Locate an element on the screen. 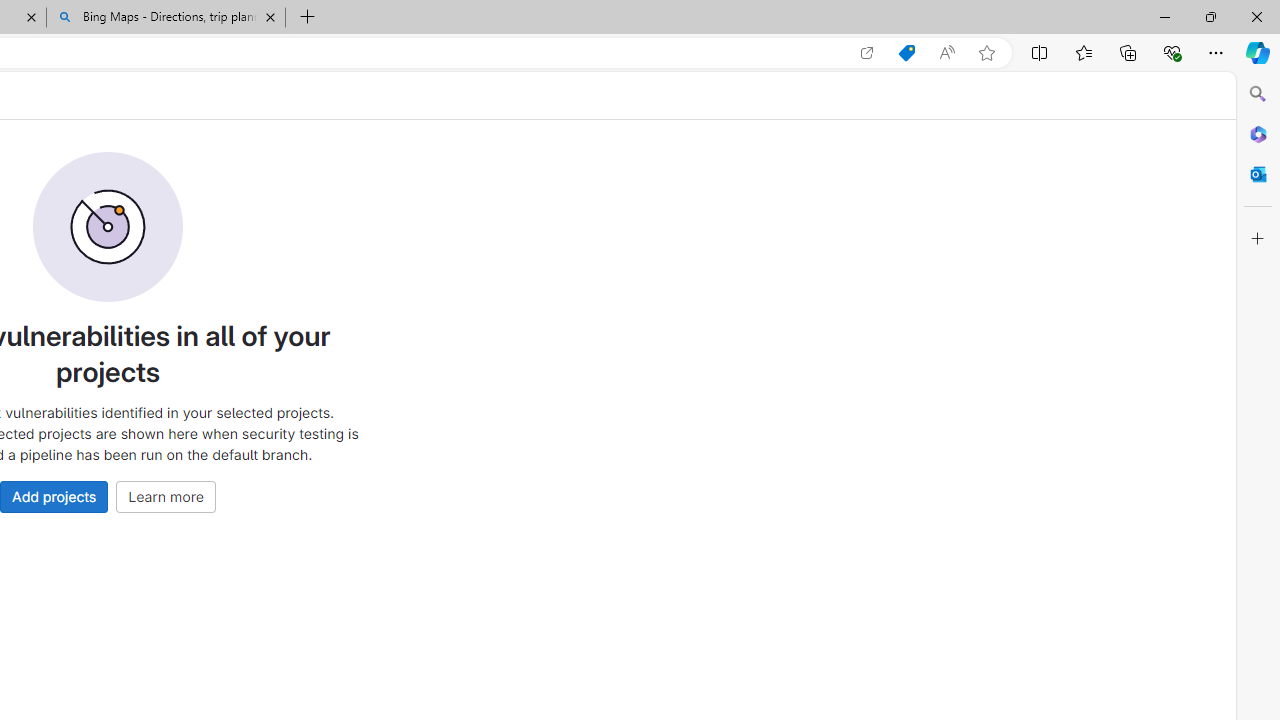 This screenshot has height=720, width=1280. 'Open in app' is located at coordinates (867, 52).